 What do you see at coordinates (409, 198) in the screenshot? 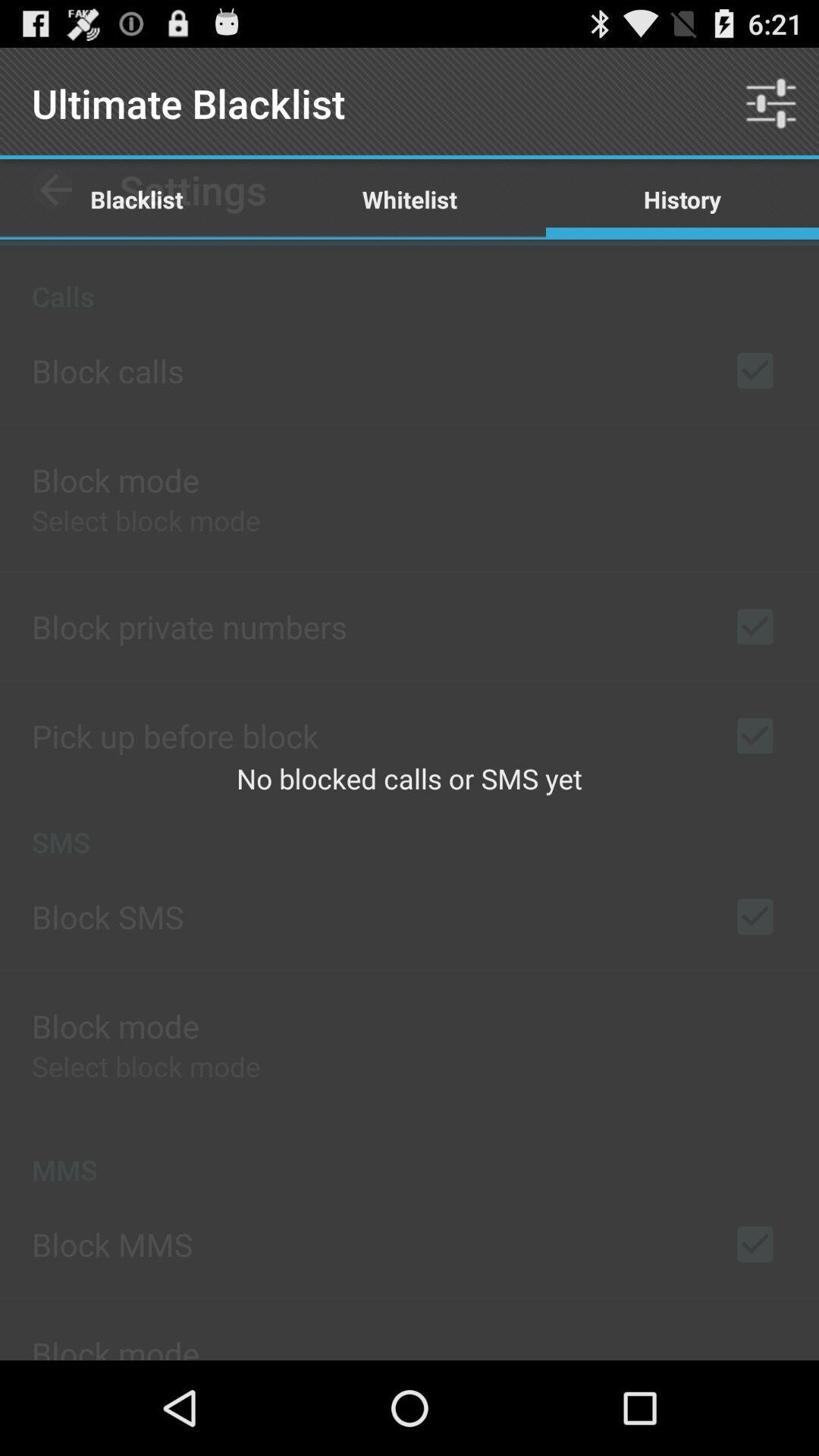
I see `icon below ultimate blacklist icon` at bounding box center [409, 198].